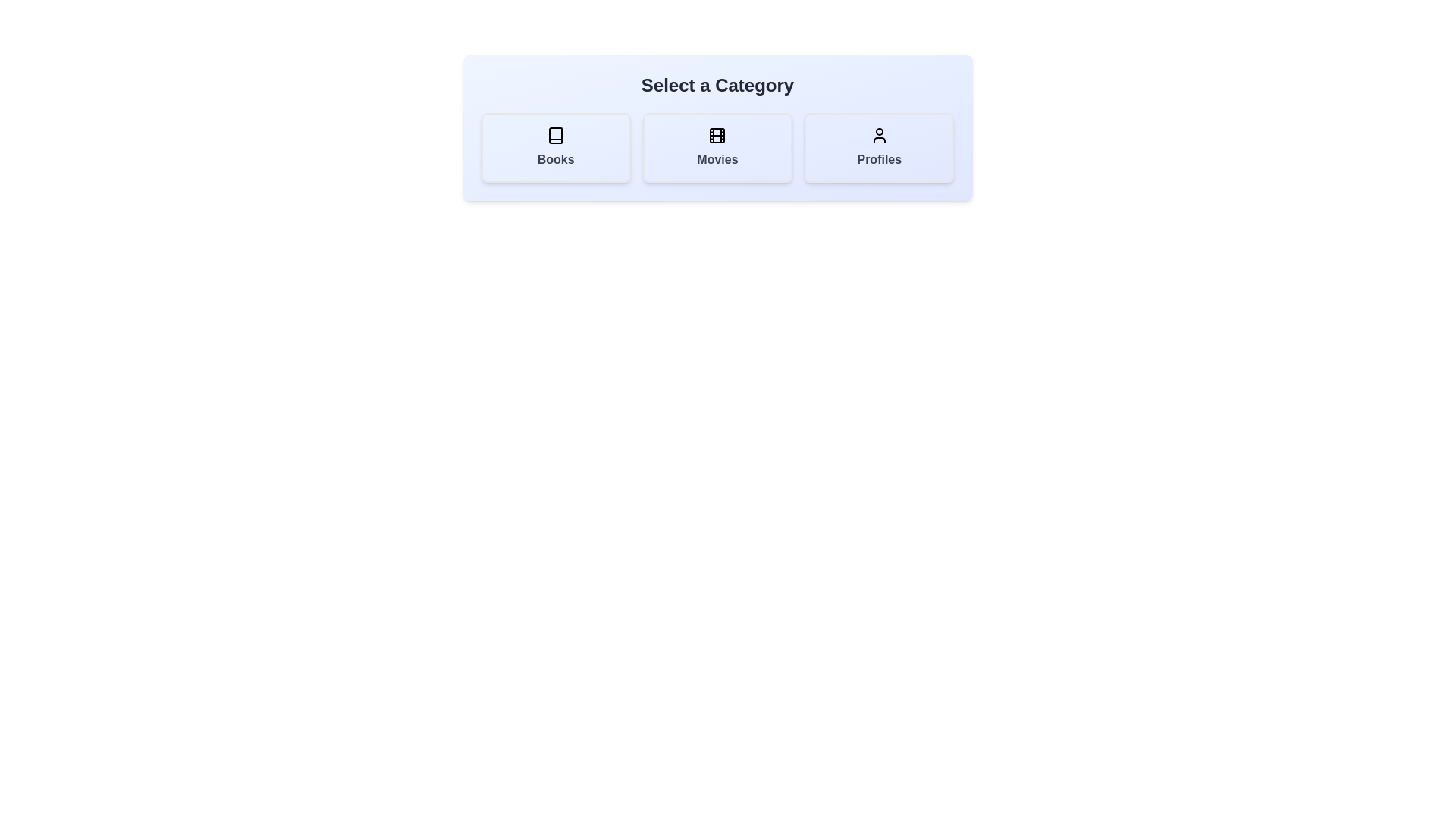  Describe the element at coordinates (878, 148) in the screenshot. I see `the category Profiles by clicking on it` at that location.